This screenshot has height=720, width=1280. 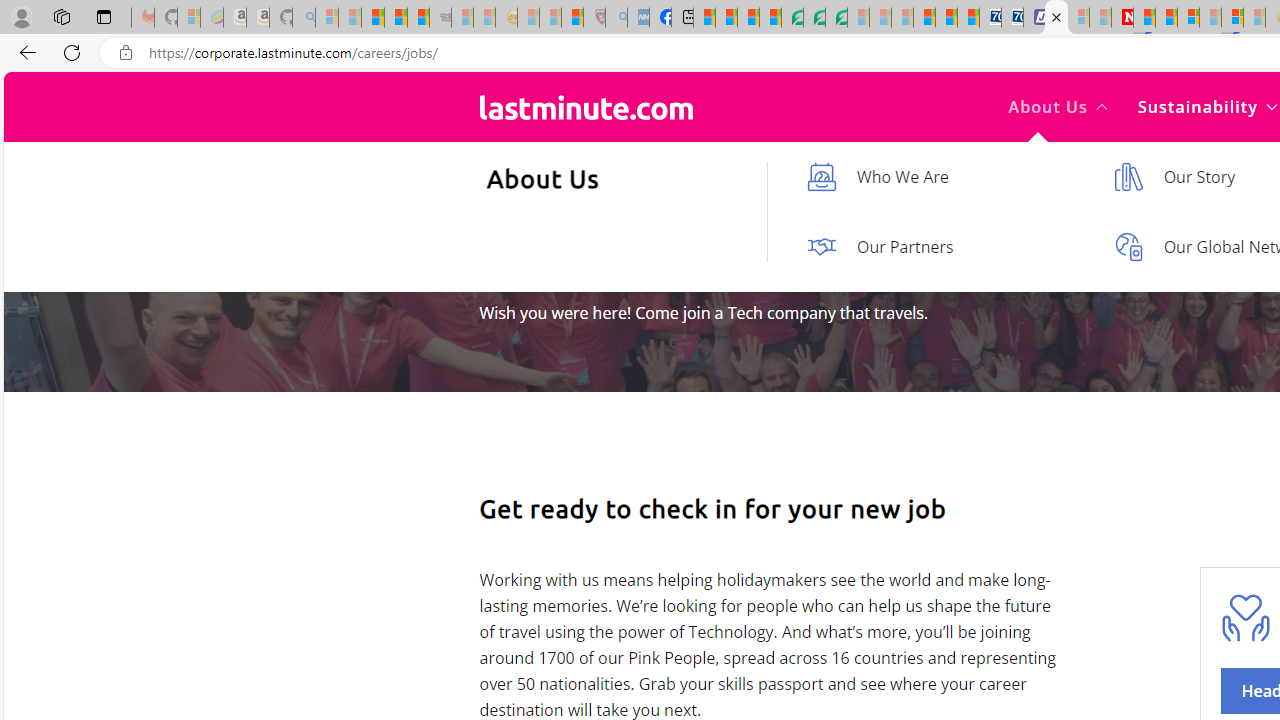 I want to click on 'Jobs - lastminute.com Investor Portal', so click(x=1055, y=17).